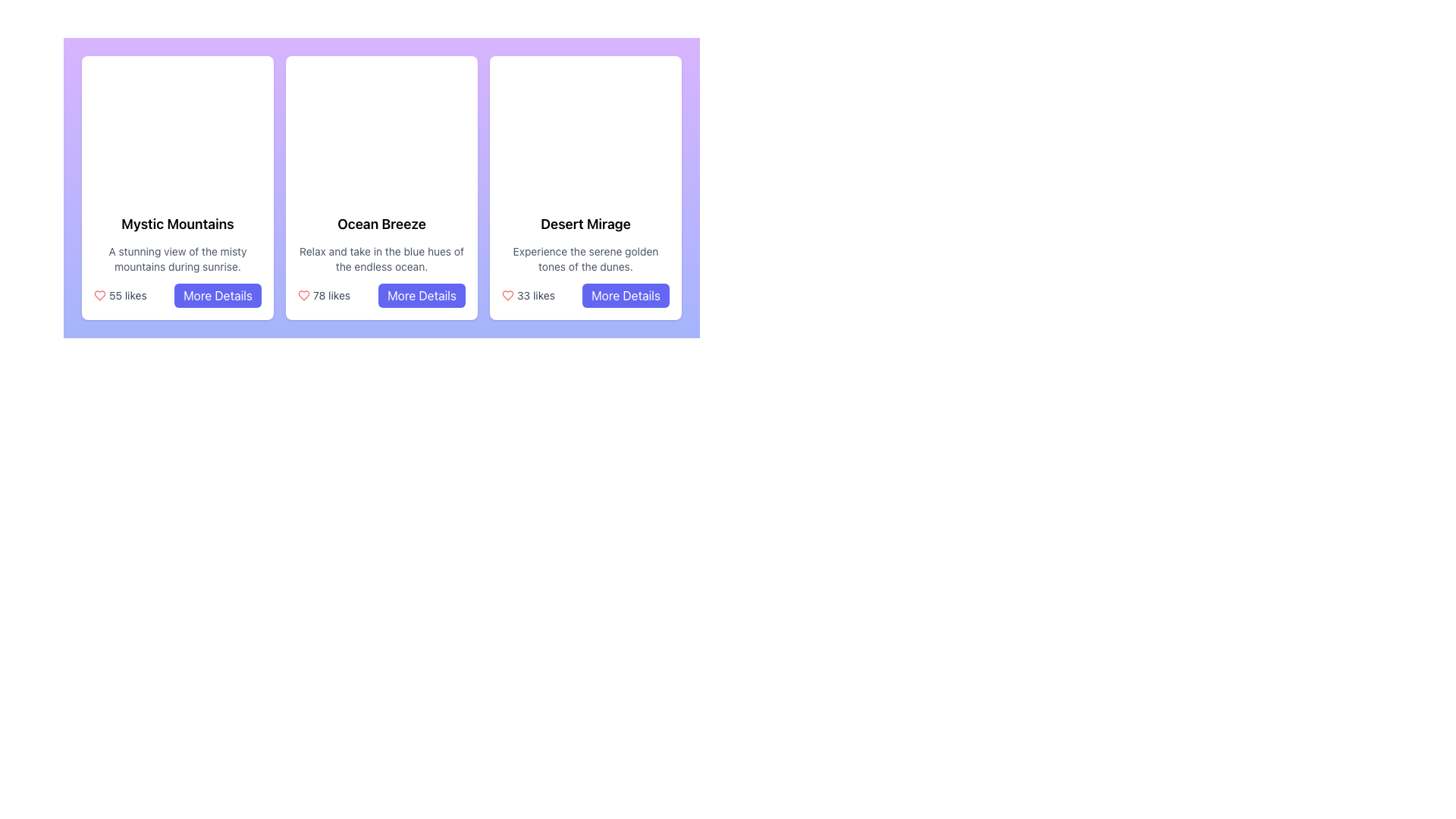  Describe the element at coordinates (323, 295) in the screenshot. I see `the informational label displaying the number of likes for the second card in a horizontal layout of three cards, located at the bottom-left corner above the 'More Details' button` at that location.